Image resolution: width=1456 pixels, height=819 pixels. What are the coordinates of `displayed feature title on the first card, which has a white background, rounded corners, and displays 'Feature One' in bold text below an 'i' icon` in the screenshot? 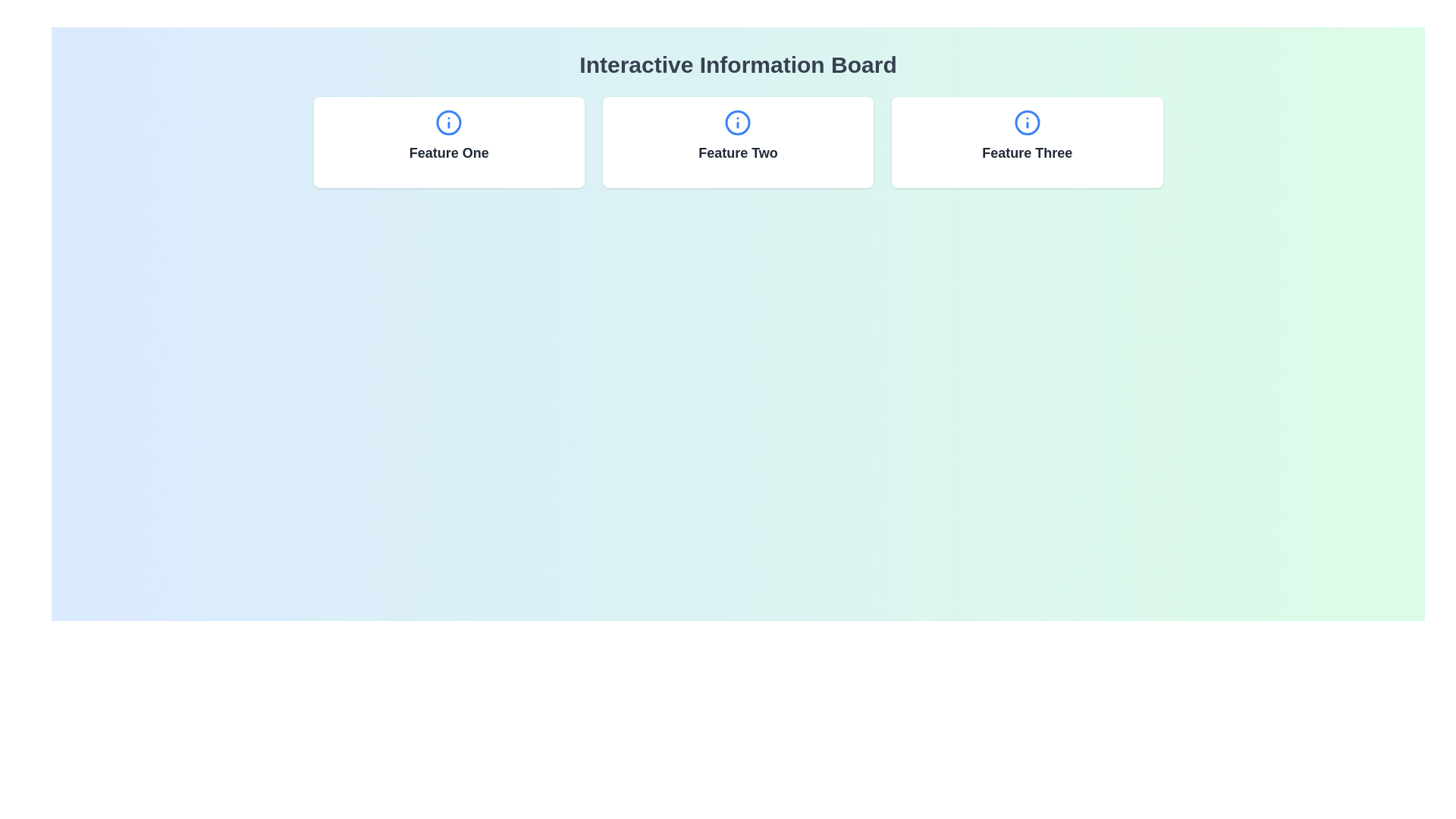 It's located at (448, 143).